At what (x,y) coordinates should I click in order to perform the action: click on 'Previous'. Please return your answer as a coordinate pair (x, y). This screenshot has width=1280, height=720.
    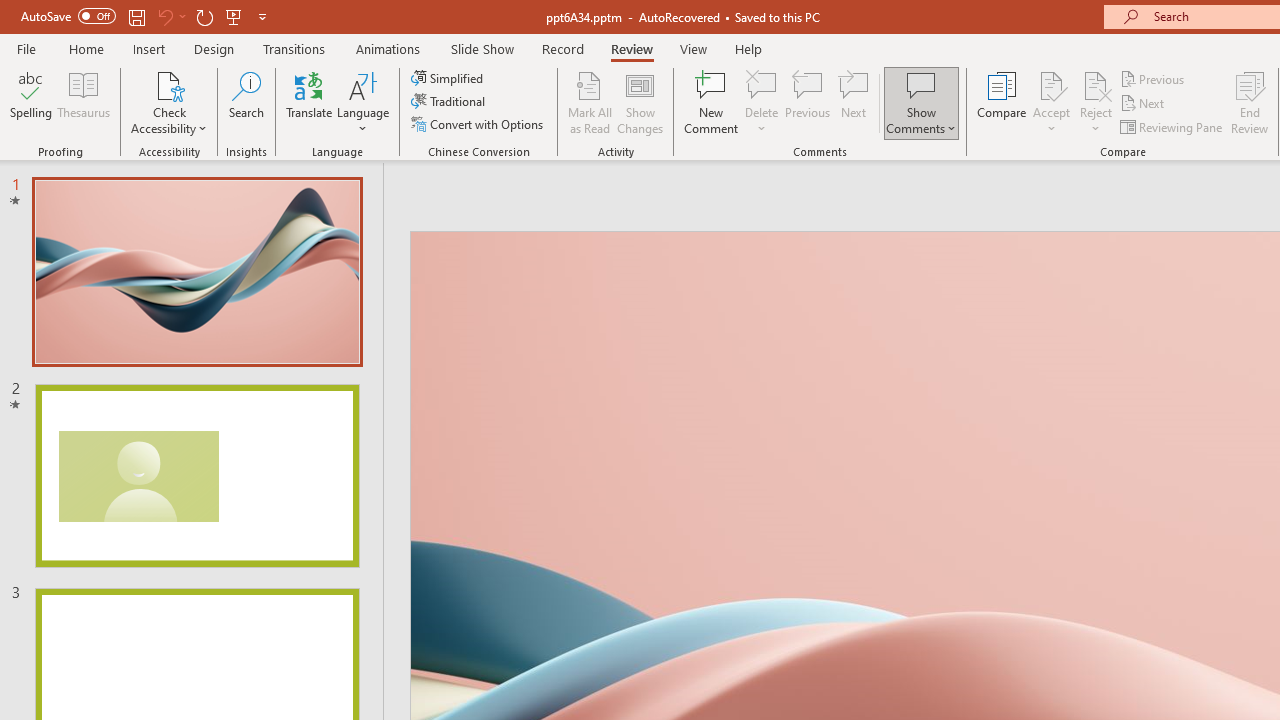
    Looking at the image, I should click on (1153, 78).